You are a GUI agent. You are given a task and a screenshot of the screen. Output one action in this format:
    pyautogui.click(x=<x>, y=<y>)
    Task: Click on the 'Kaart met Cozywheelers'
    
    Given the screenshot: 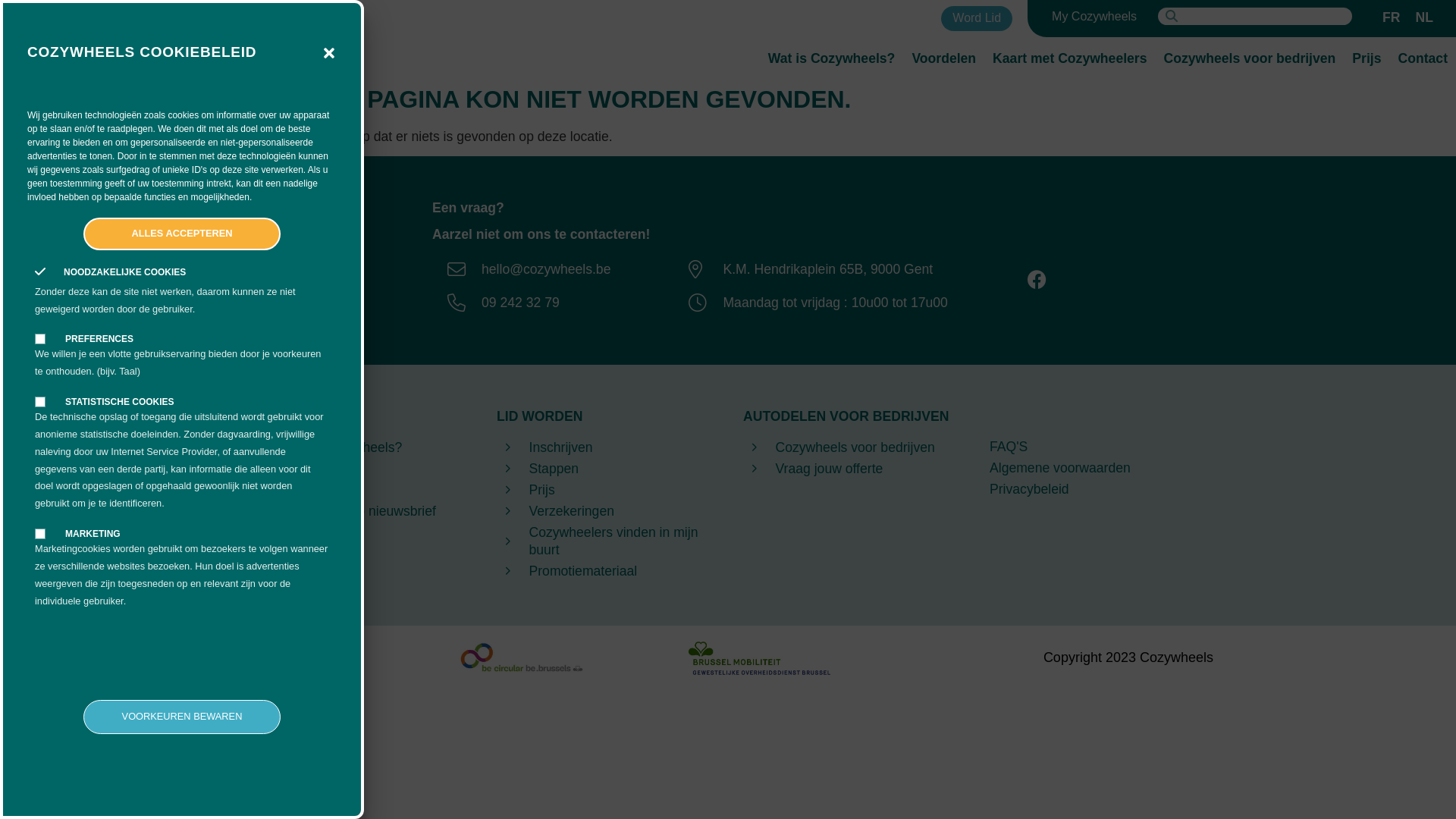 What is the action you would take?
    pyautogui.click(x=984, y=58)
    